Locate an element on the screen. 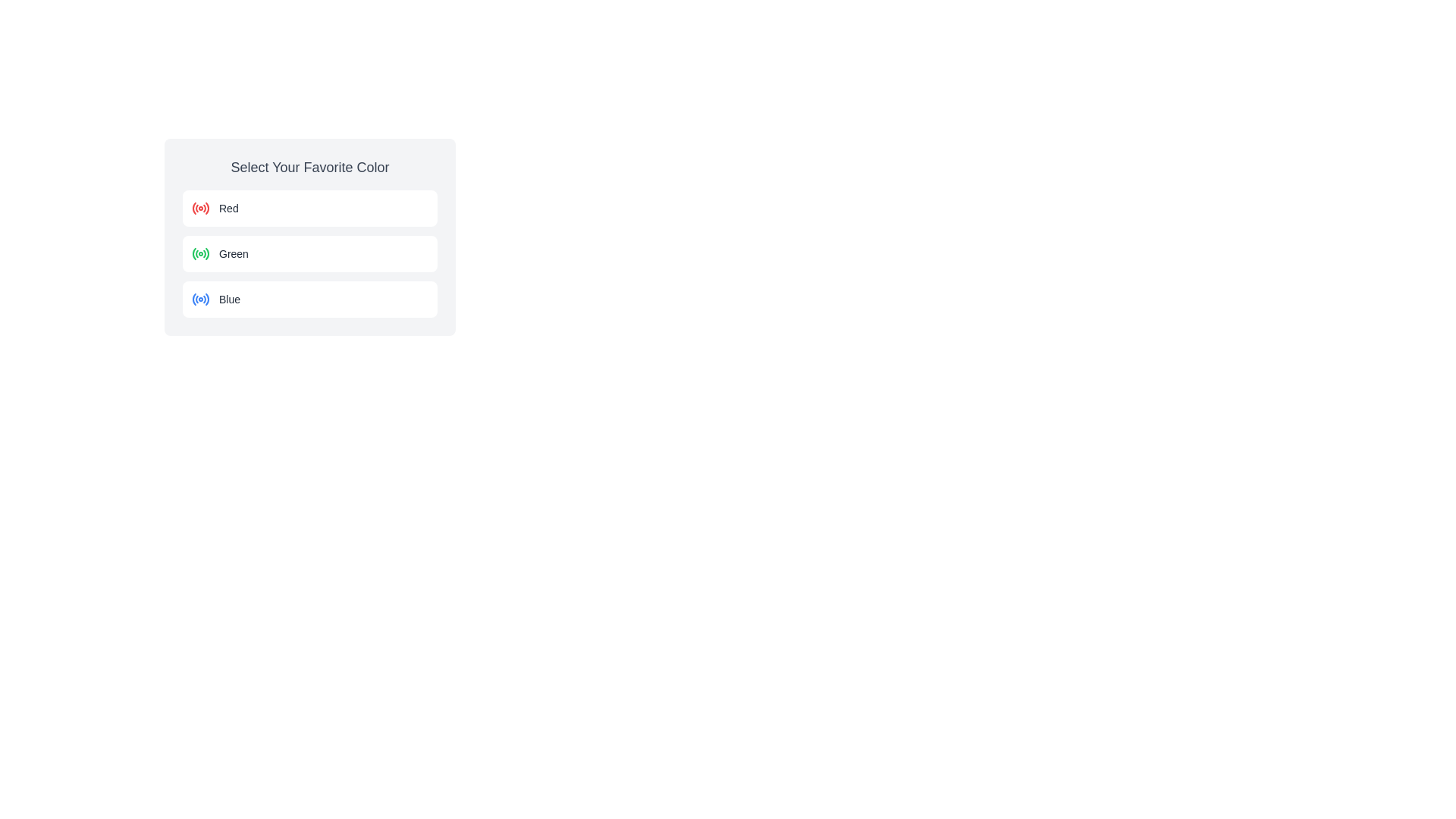  the green radio button, which is the leftmost component in the 'Green' row under 'Select Your Favorite Color' is located at coordinates (199, 253).